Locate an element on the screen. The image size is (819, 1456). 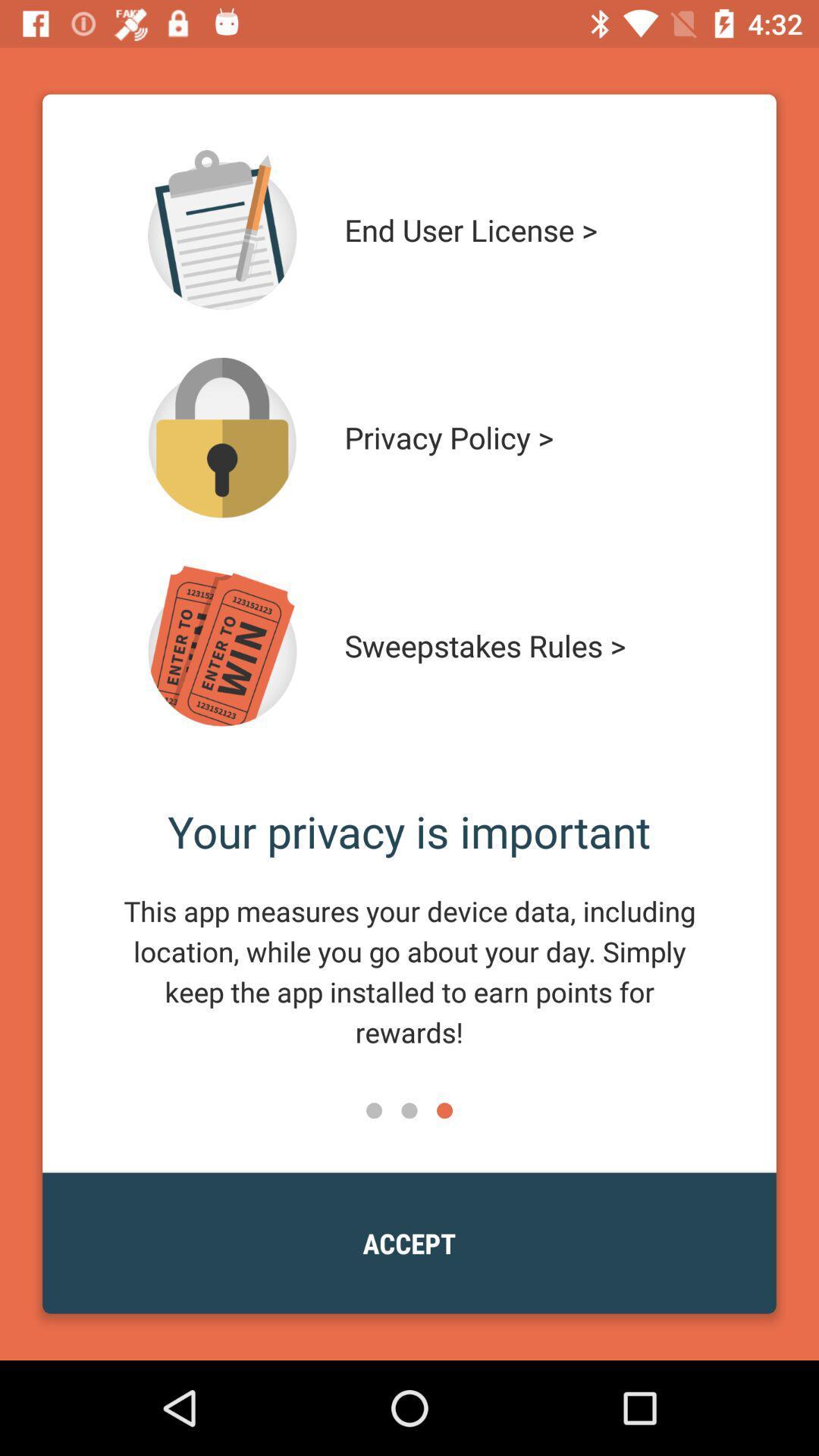
open privacy details is located at coordinates (222, 437).